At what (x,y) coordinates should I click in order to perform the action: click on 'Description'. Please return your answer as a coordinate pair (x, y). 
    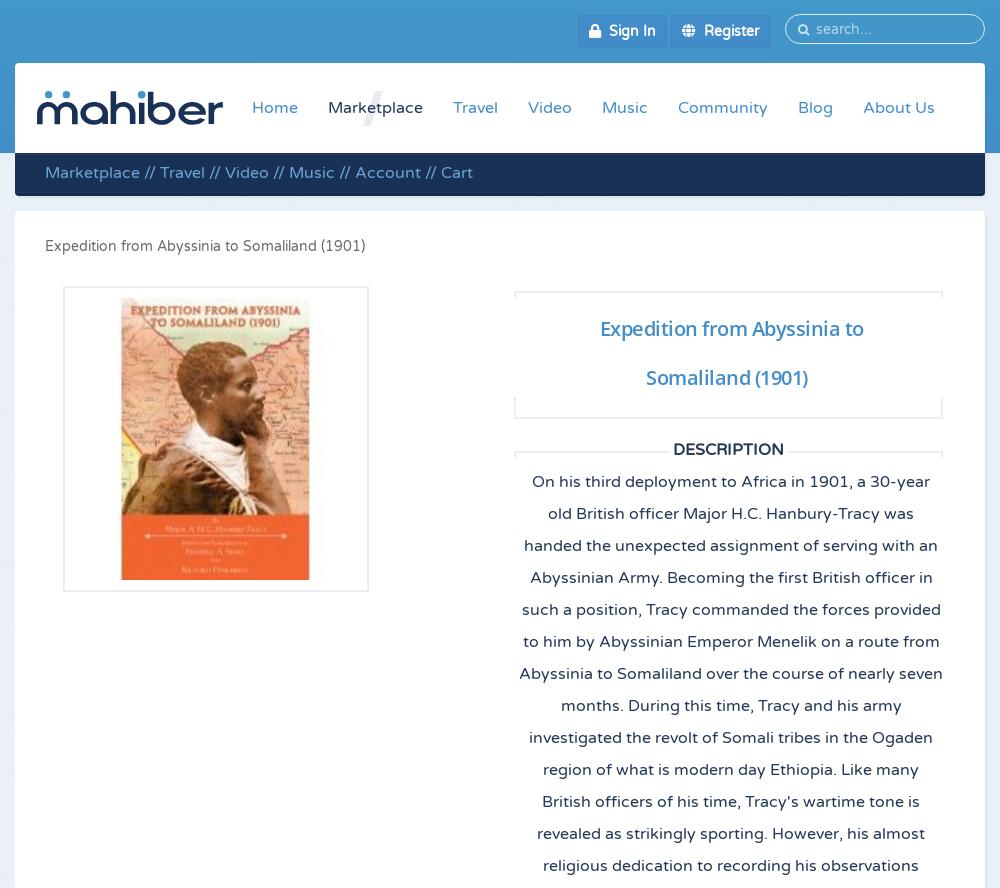
    Looking at the image, I should click on (726, 448).